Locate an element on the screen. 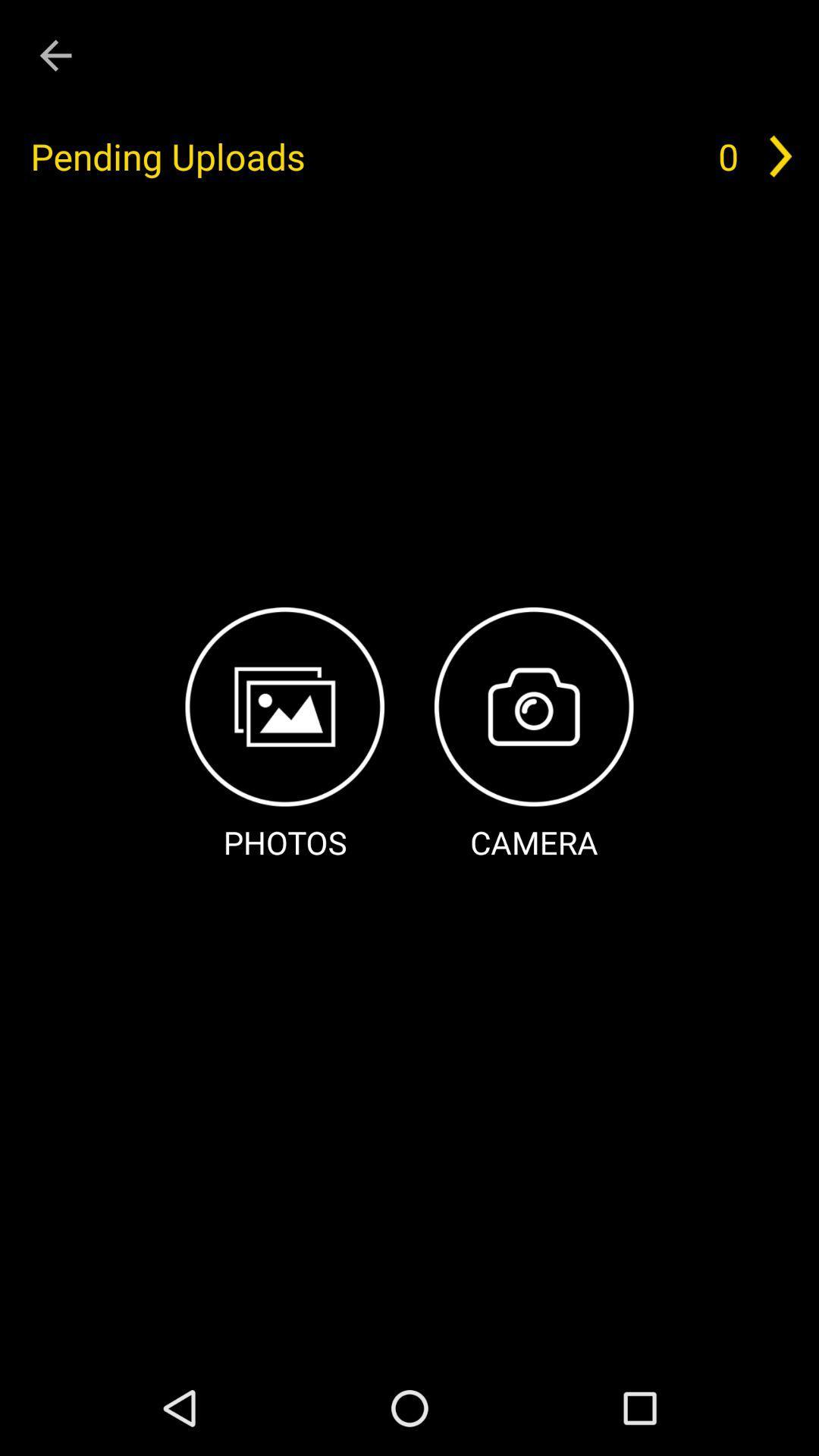  the camera icon is located at coordinates (533, 736).